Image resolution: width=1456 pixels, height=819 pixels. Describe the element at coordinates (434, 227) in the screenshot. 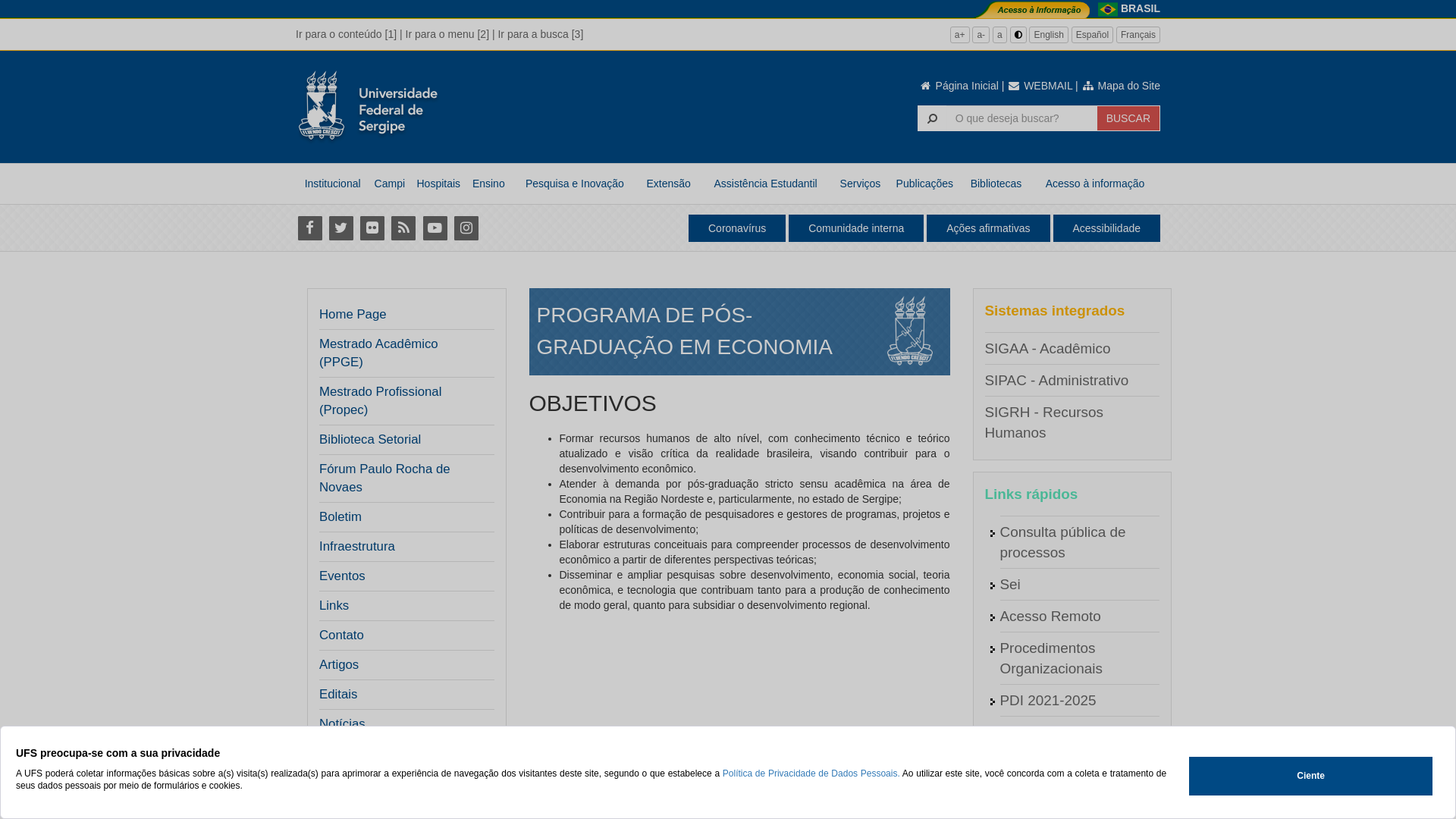

I see `'Youtube'` at that location.